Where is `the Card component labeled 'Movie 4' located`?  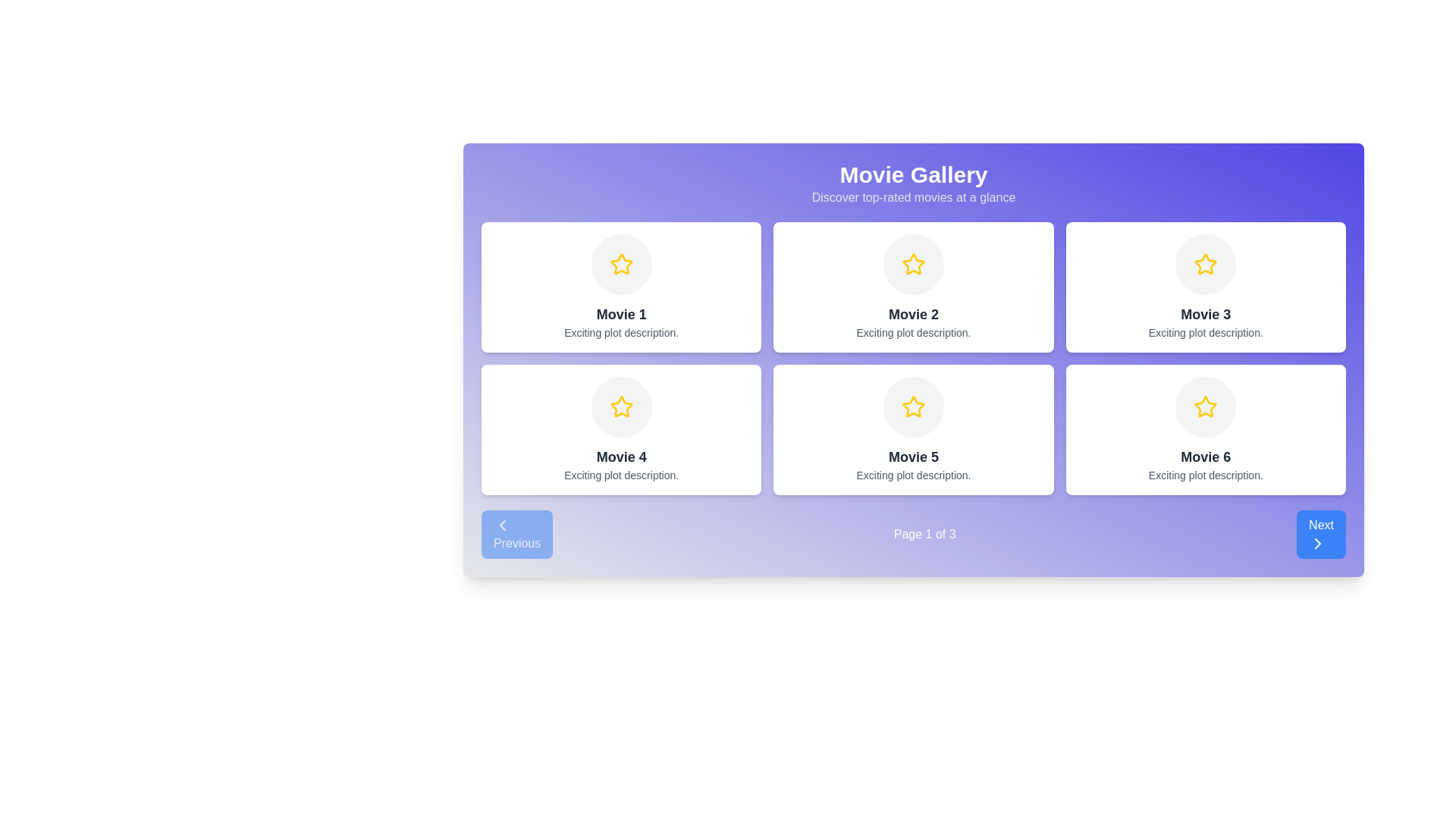
the Card component labeled 'Movie 4' located is located at coordinates (621, 430).